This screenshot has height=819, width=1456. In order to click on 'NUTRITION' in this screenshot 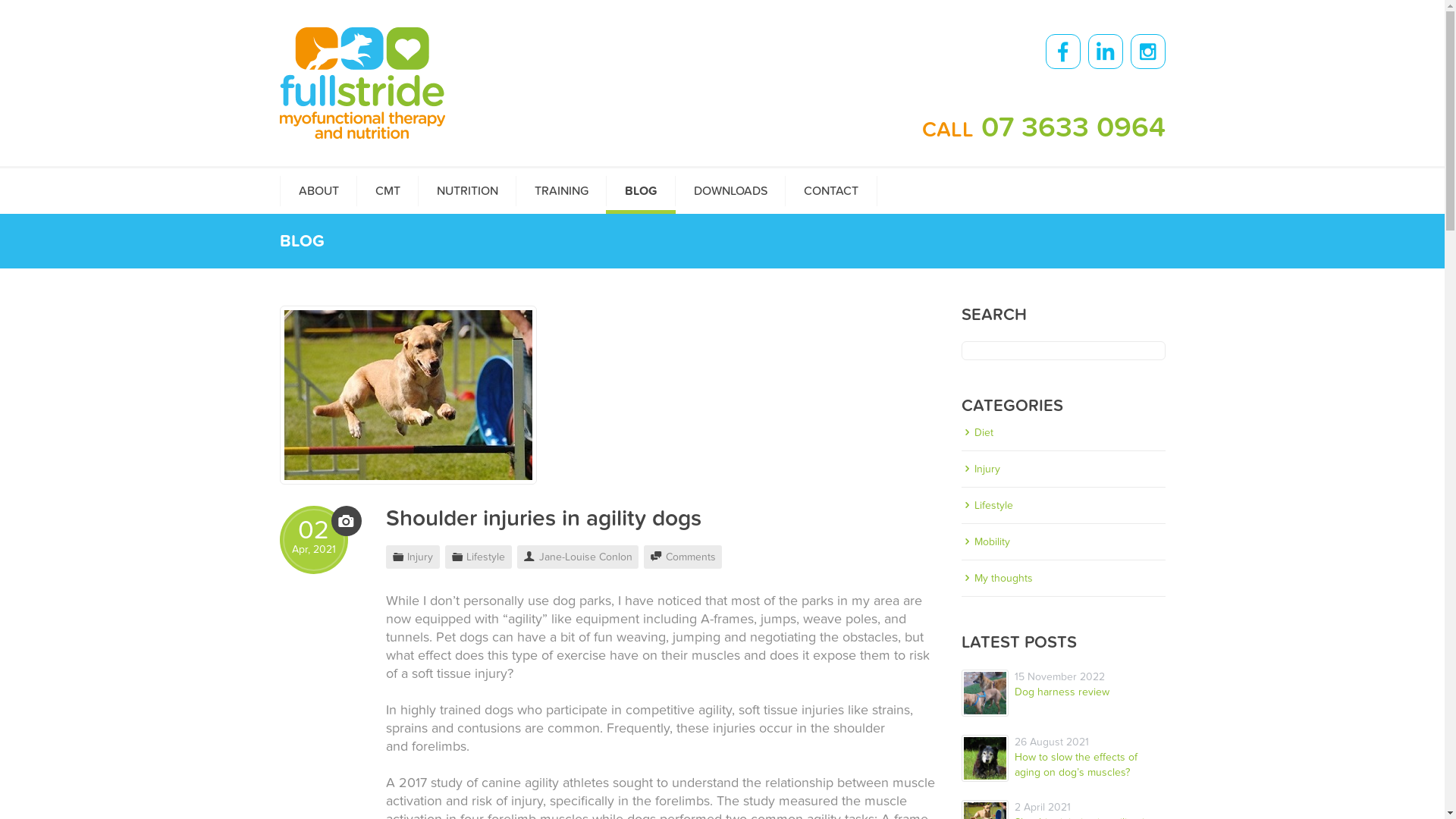, I will do `click(465, 190)`.